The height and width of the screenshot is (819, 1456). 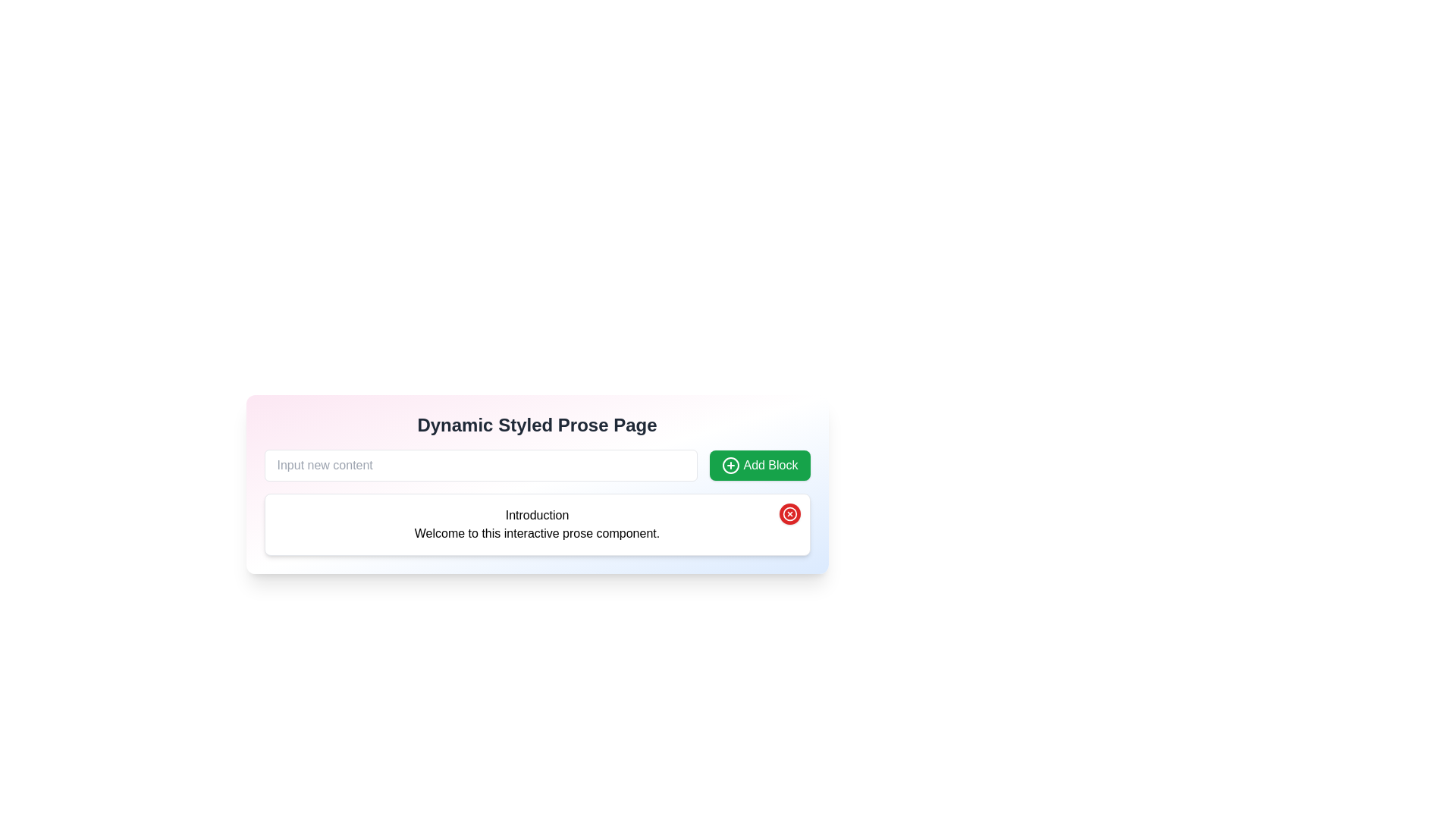 I want to click on the Icon component of the 'Add Block' button, which is located in the top-right corner of the interface near the input box, so click(x=731, y=464).